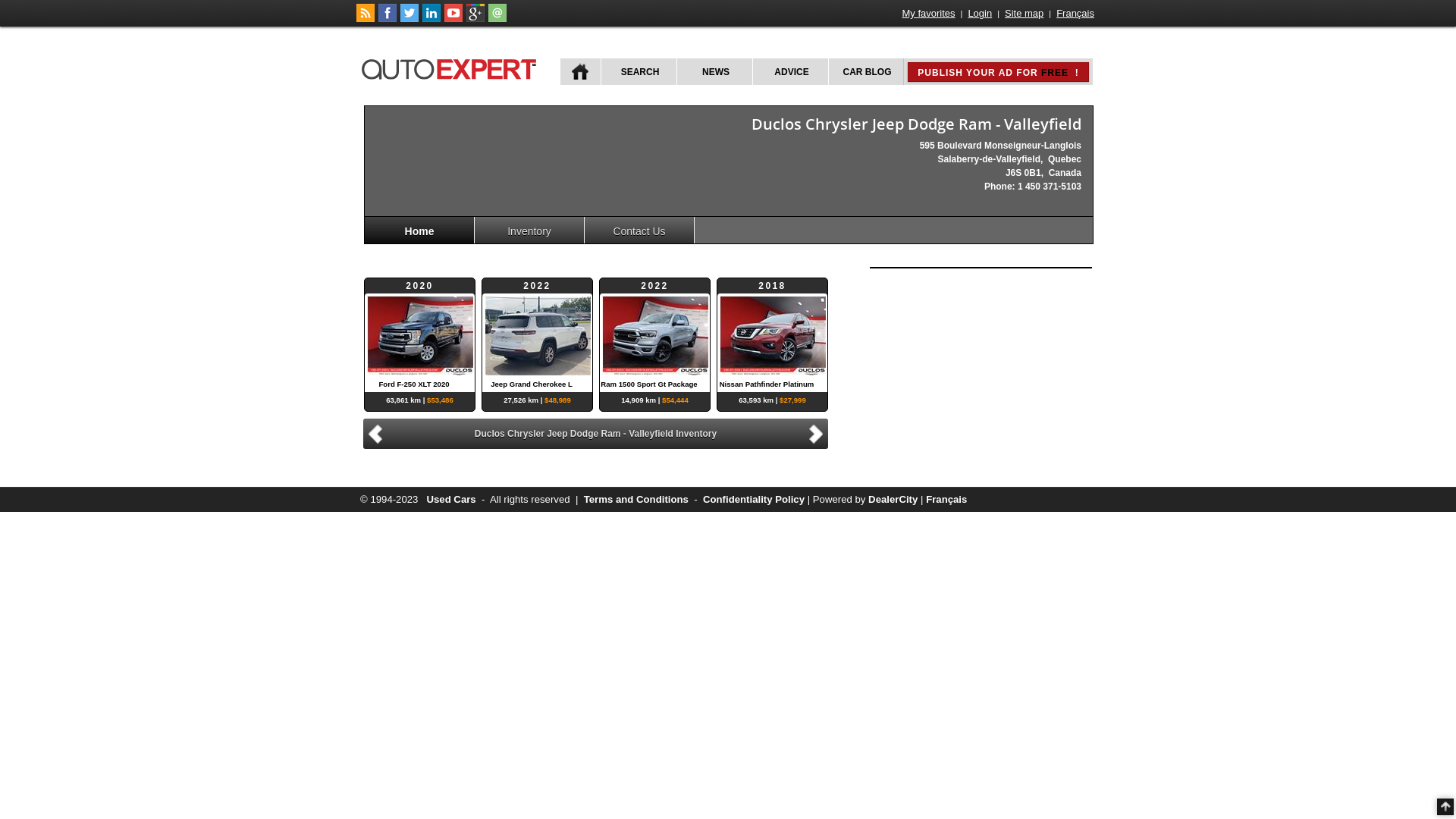  Describe the element at coordinates (713, 71) in the screenshot. I see `'NEWS'` at that location.